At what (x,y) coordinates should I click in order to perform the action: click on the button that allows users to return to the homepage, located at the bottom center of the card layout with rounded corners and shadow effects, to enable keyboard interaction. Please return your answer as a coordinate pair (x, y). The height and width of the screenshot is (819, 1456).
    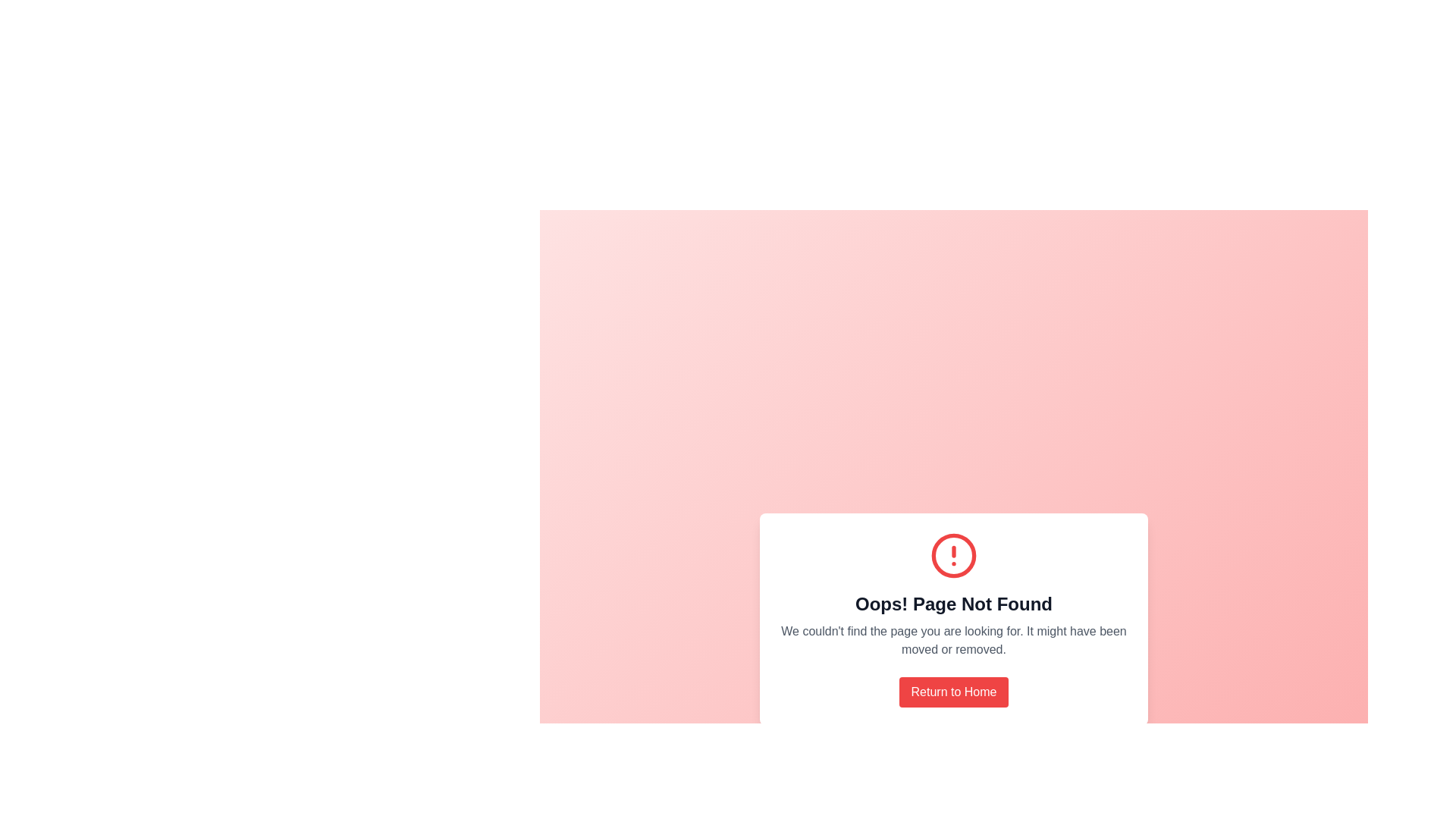
    Looking at the image, I should click on (952, 692).